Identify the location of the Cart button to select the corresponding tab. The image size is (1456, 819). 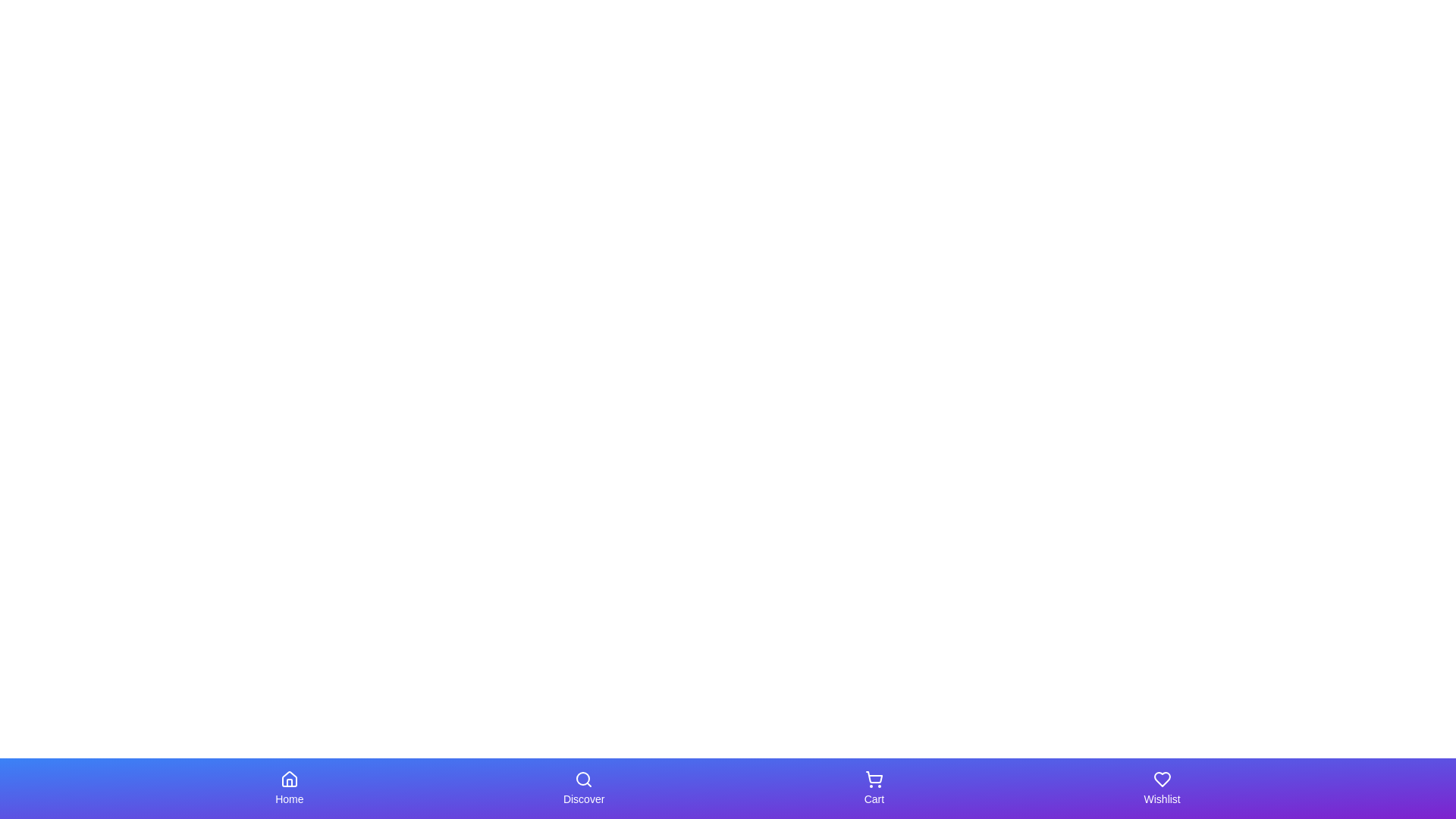
(874, 788).